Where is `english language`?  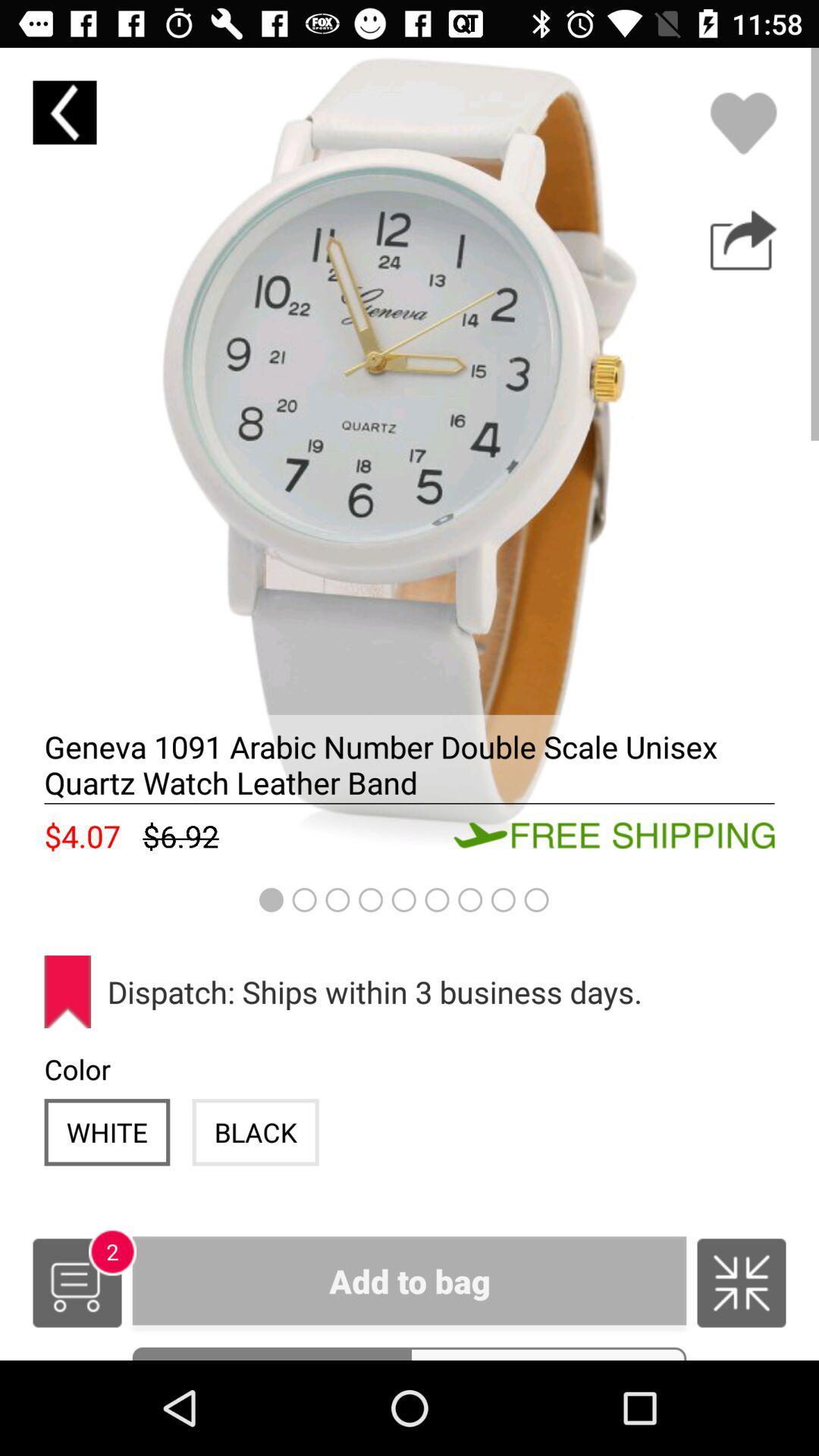 english language is located at coordinates (741, 1282).